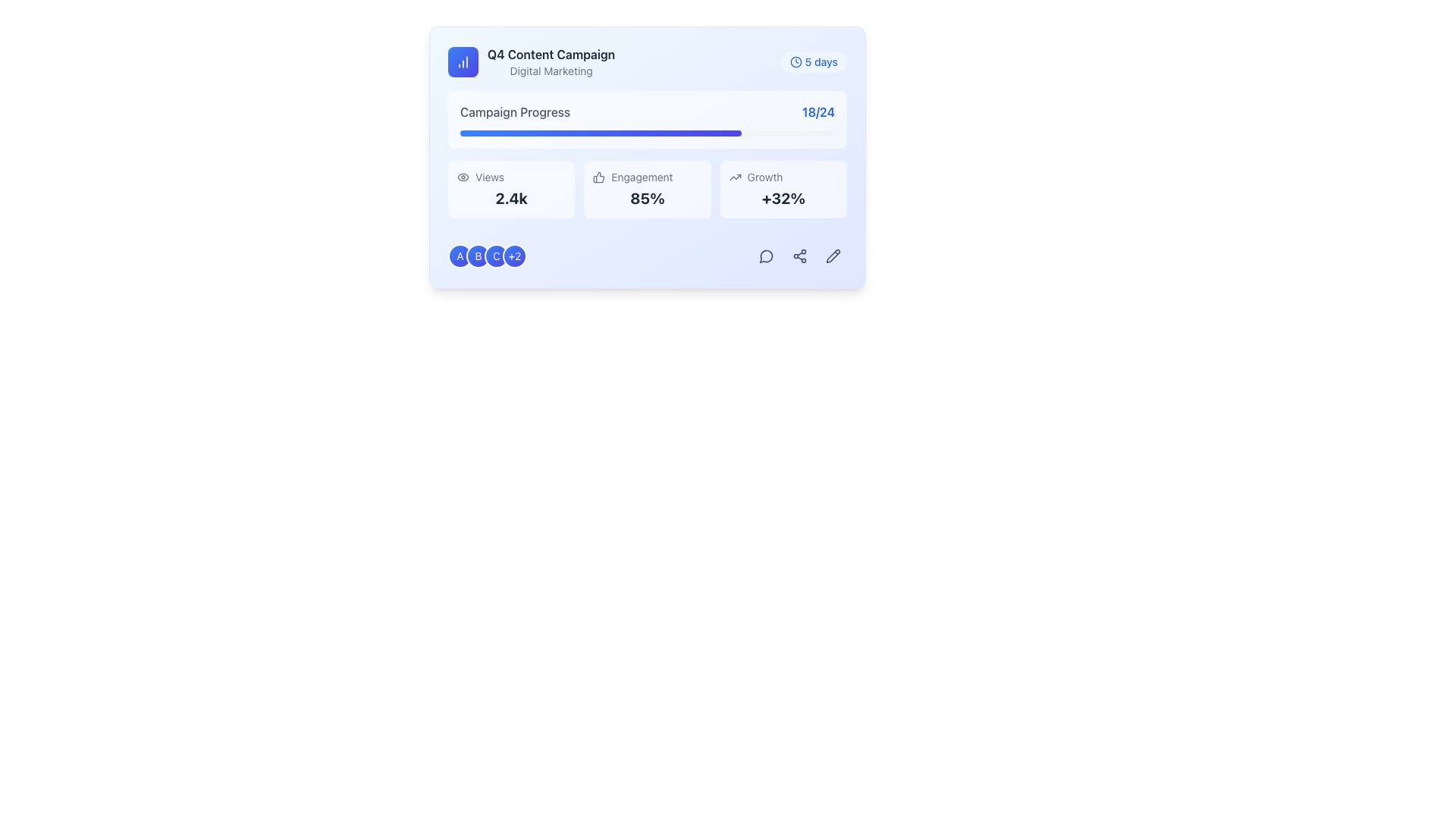  Describe the element at coordinates (459, 256) in the screenshot. I see `the first circular badge in the sequence located at the bottom-left corner of the card, which represents the individual item or user labeled 'A'` at that location.